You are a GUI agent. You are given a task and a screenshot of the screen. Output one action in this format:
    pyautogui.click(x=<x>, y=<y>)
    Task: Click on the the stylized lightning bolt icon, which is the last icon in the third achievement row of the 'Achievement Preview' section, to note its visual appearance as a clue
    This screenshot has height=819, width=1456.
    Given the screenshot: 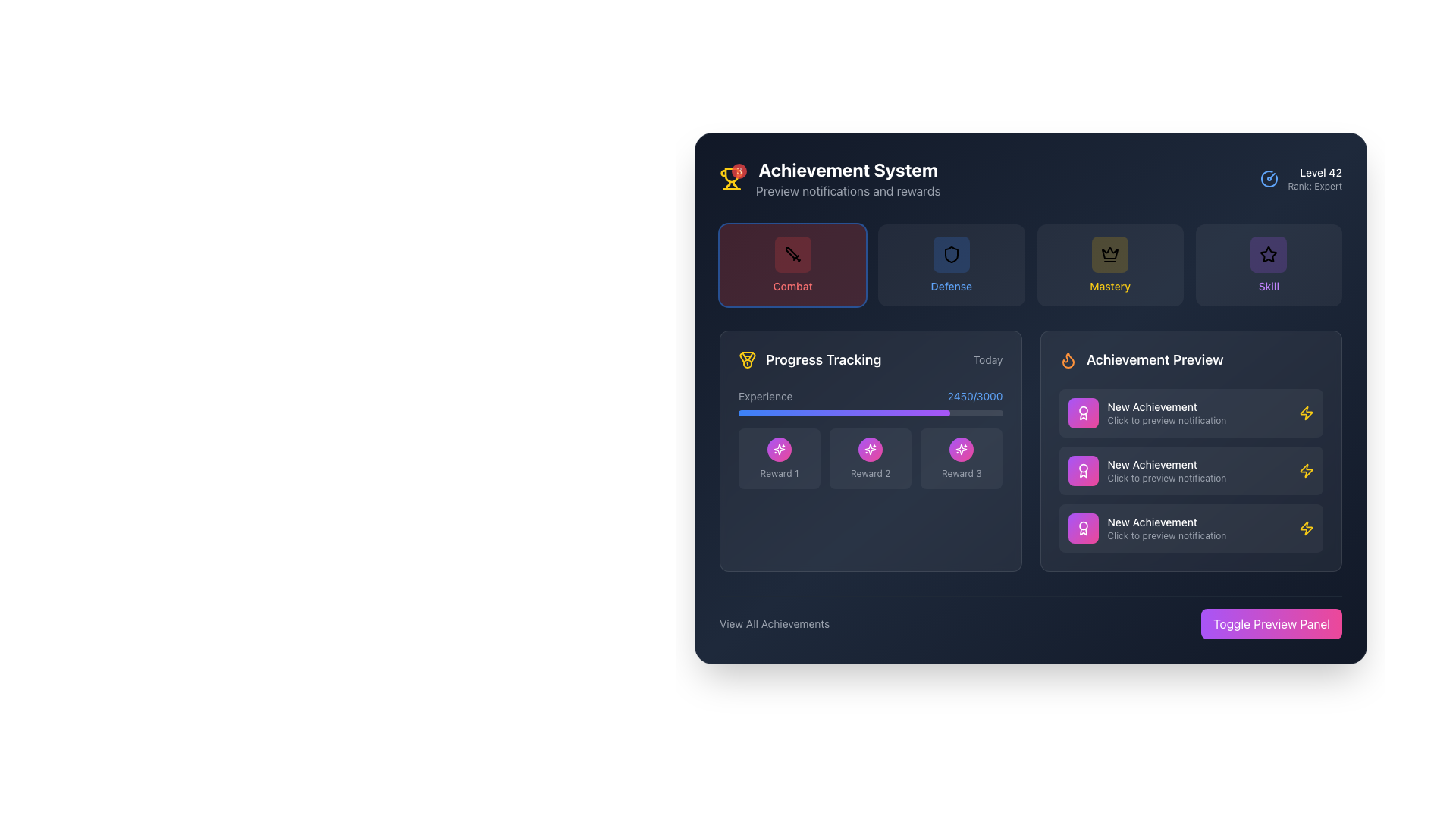 What is the action you would take?
    pyautogui.click(x=1306, y=413)
    